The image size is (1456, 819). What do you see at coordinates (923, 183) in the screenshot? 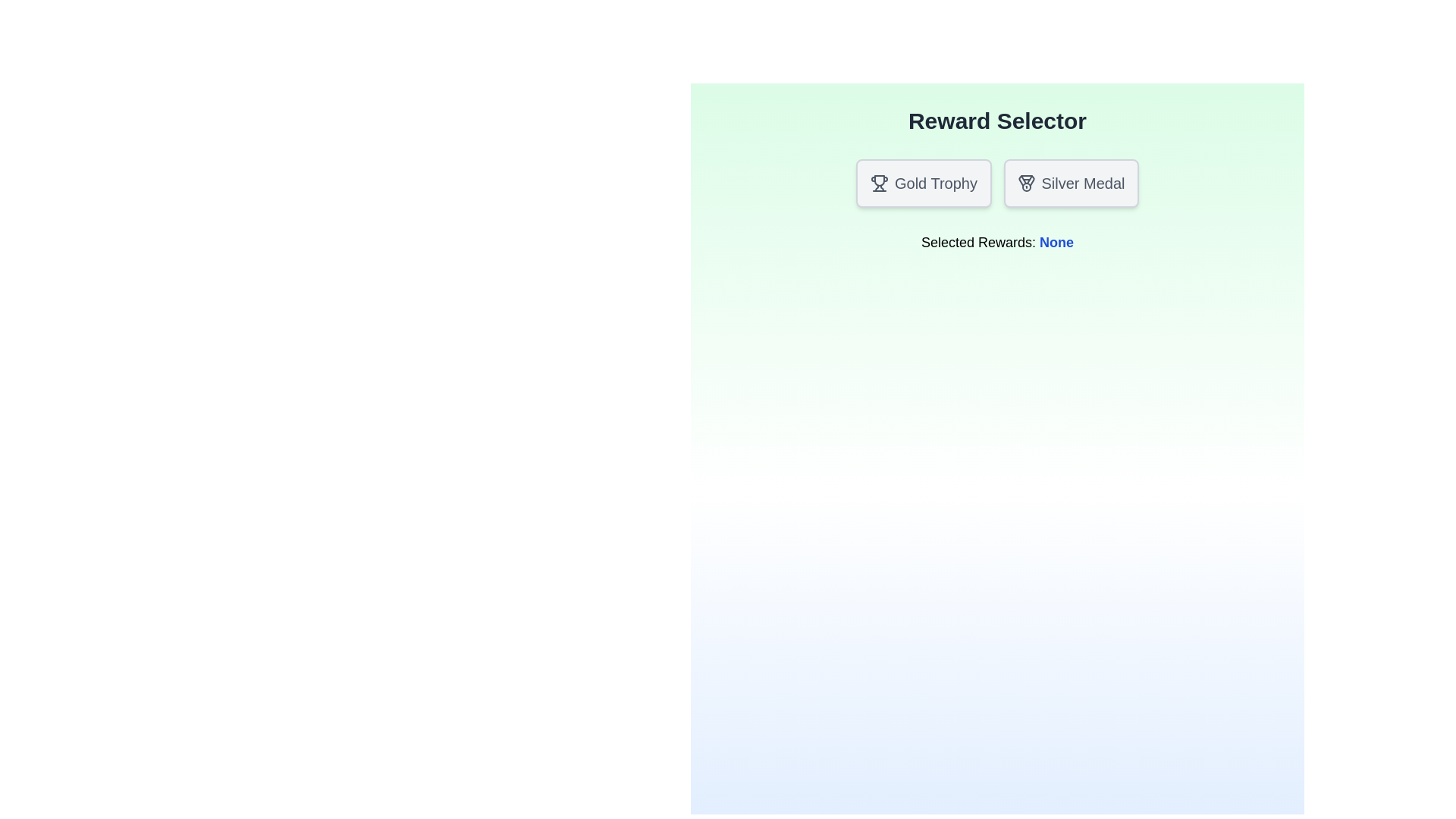
I see `the Gold Trophy button to observe its visual feedback` at bounding box center [923, 183].